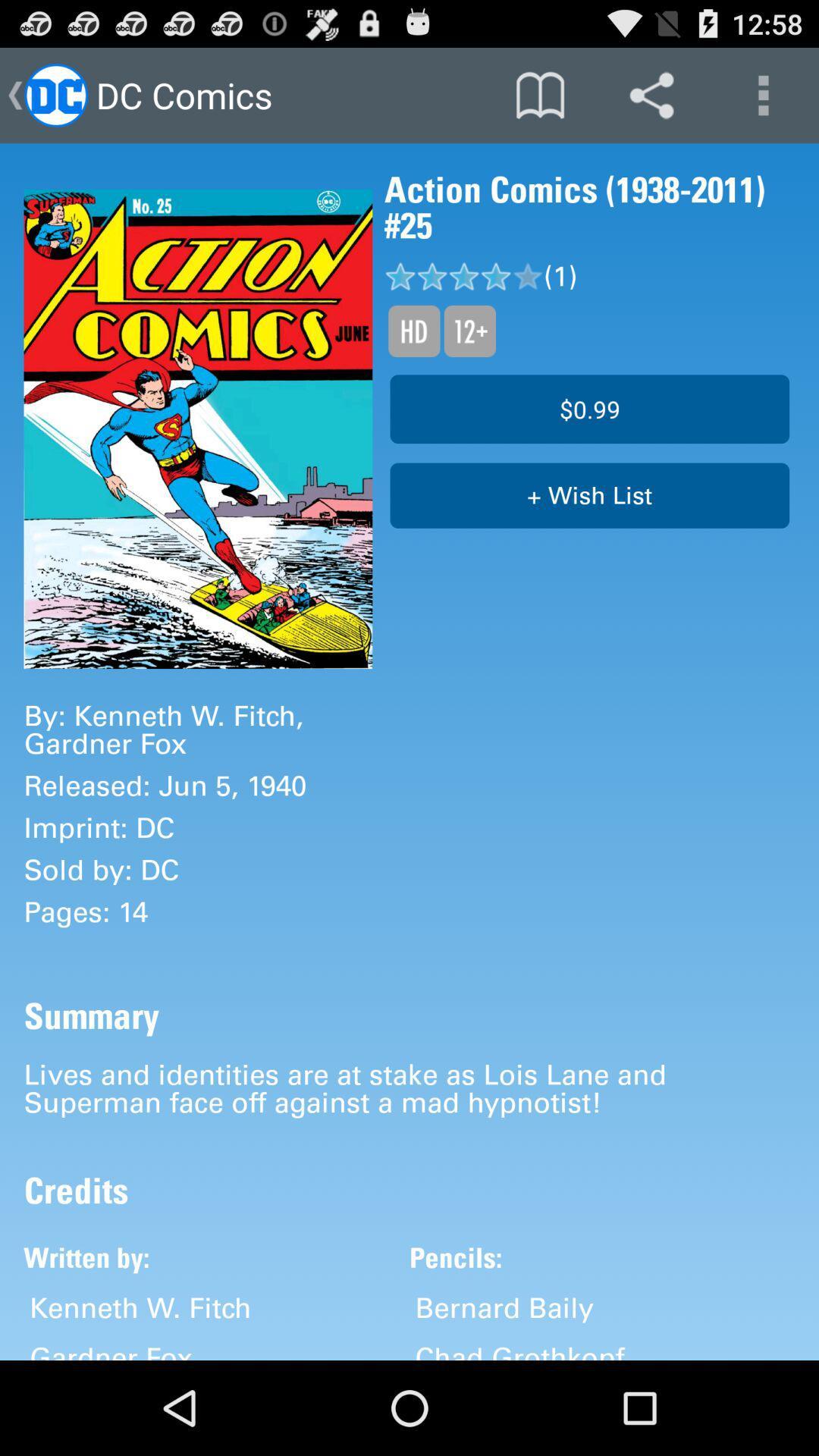 This screenshot has height=1456, width=819. Describe the element at coordinates (588, 495) in the screenshot. I see `+ wish list item` at that location.